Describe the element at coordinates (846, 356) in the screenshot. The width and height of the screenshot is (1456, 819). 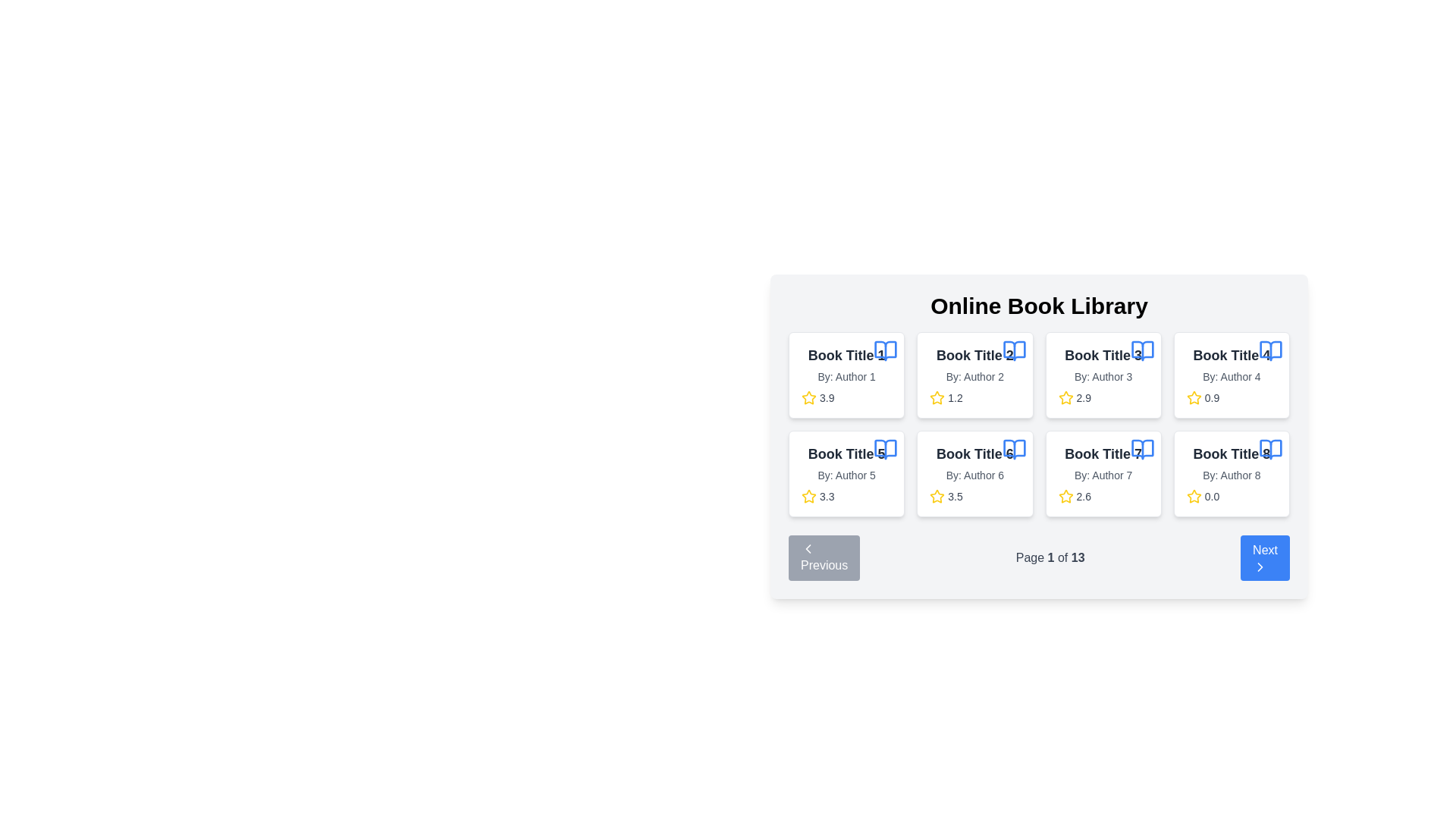
I see `the text element displaying 'Book Title 1', which is bold and large, located at the top-left corner of the grid layout in the first card` at that location.